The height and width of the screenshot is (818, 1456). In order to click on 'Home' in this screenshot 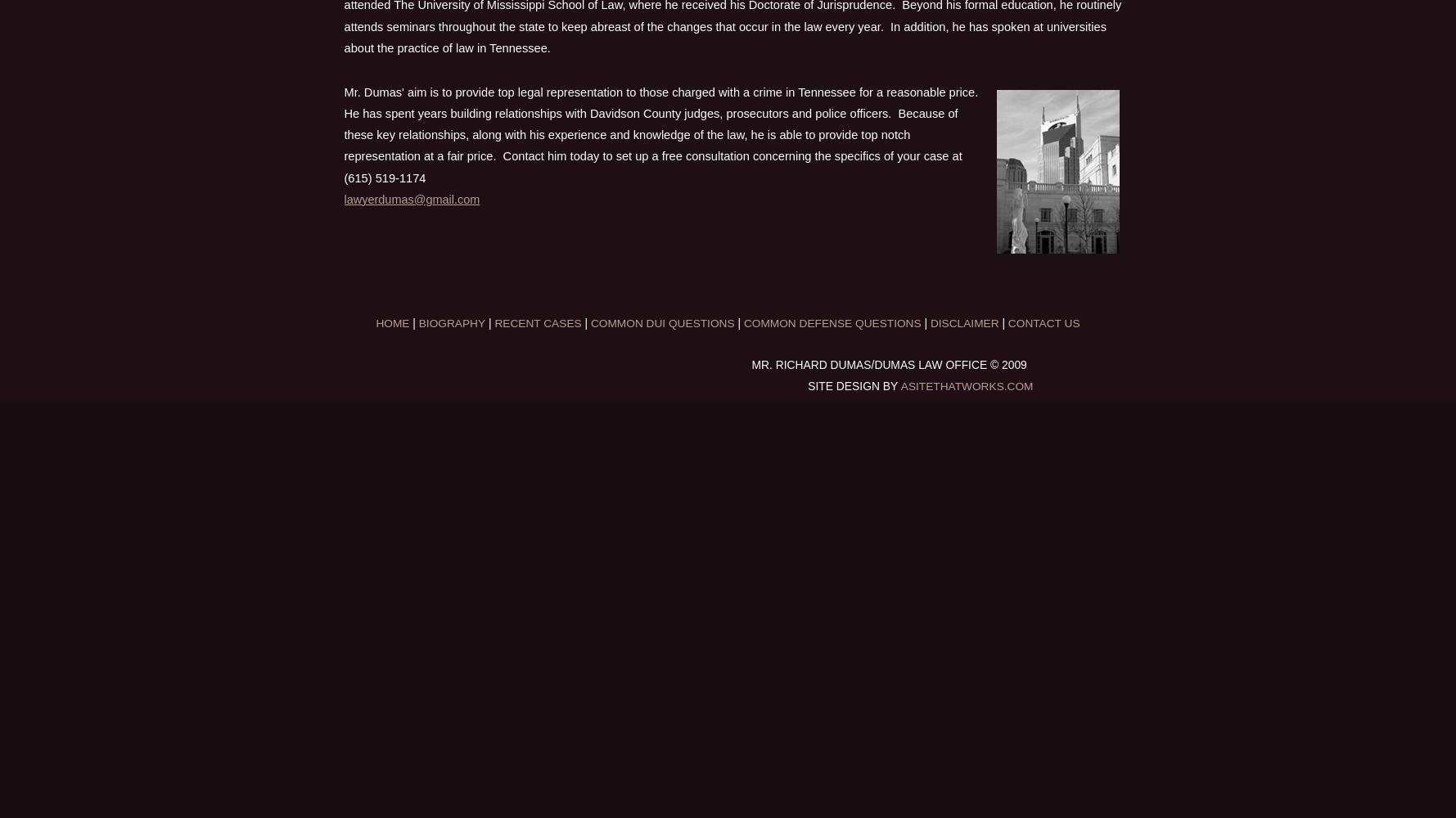, I will do `click(393, 322)`.